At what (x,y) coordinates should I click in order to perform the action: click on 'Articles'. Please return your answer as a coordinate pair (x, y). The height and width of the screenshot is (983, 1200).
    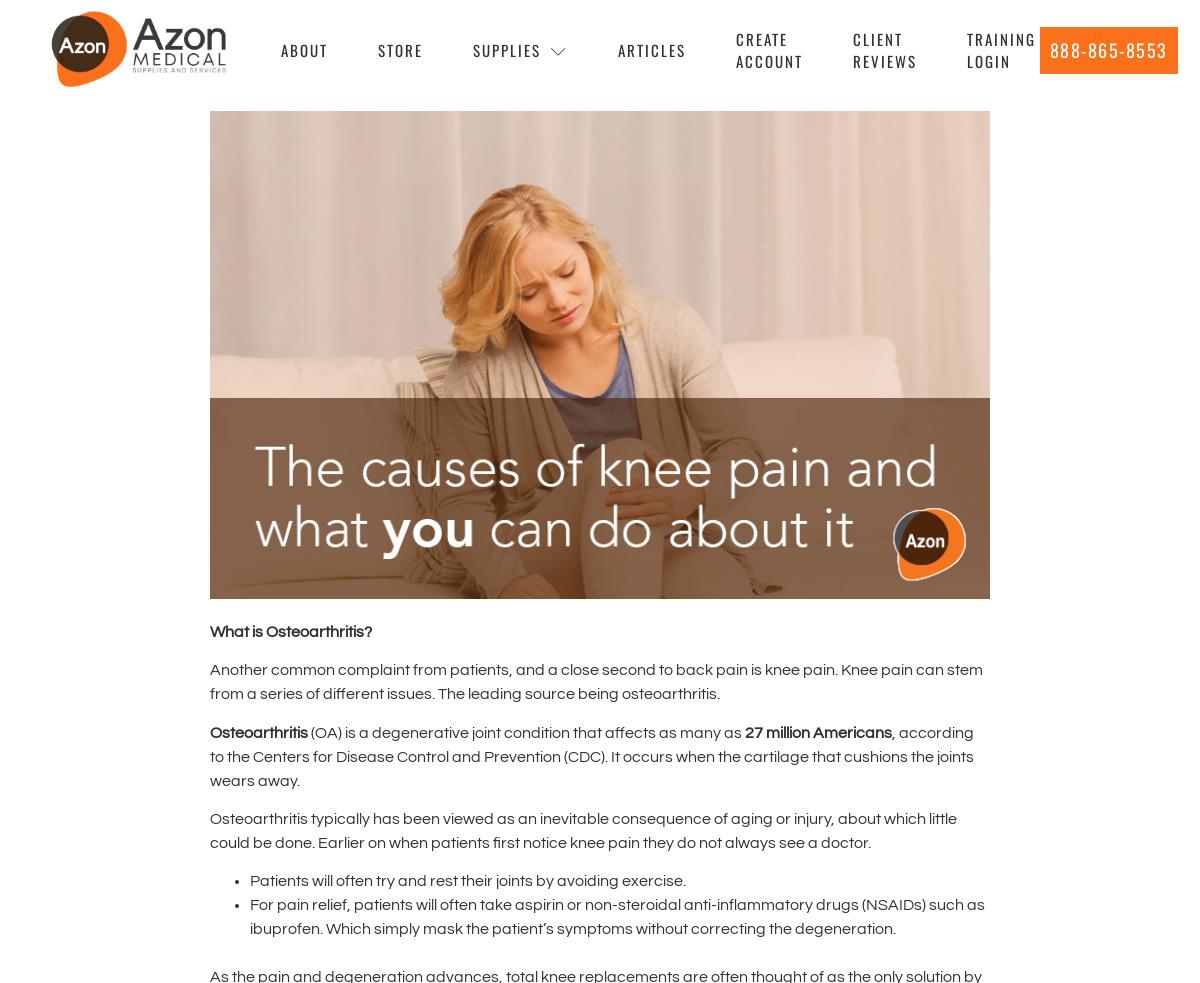
    Looking at the image, I should click on (651, 47).